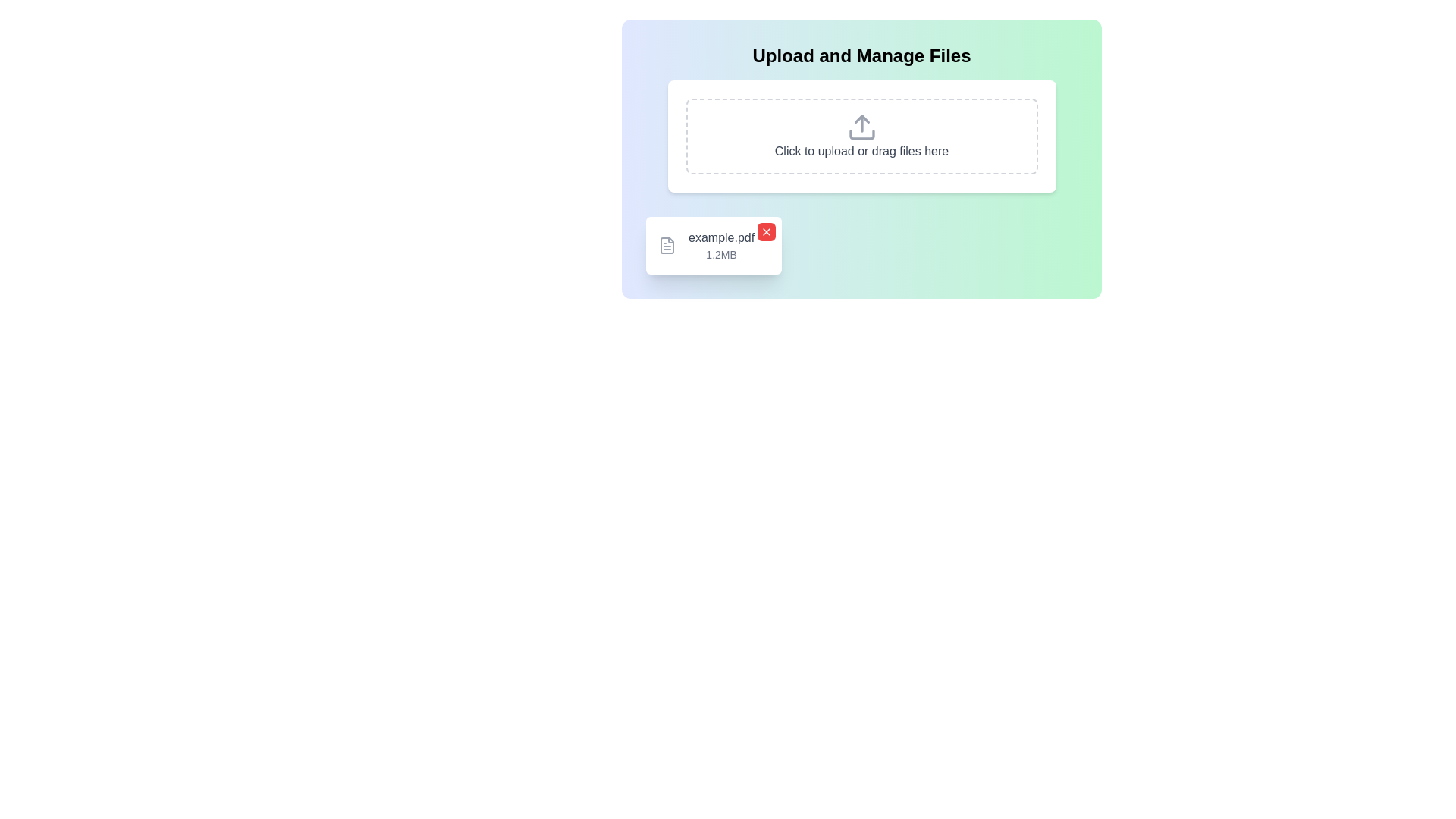  What do you see at coordinates (861, 151) in the screenshot?
I see `the instructional text label that prompts users to click or drag files for upload, located within the dashed-bordered file upload zone` at bounding box center [861, 151].